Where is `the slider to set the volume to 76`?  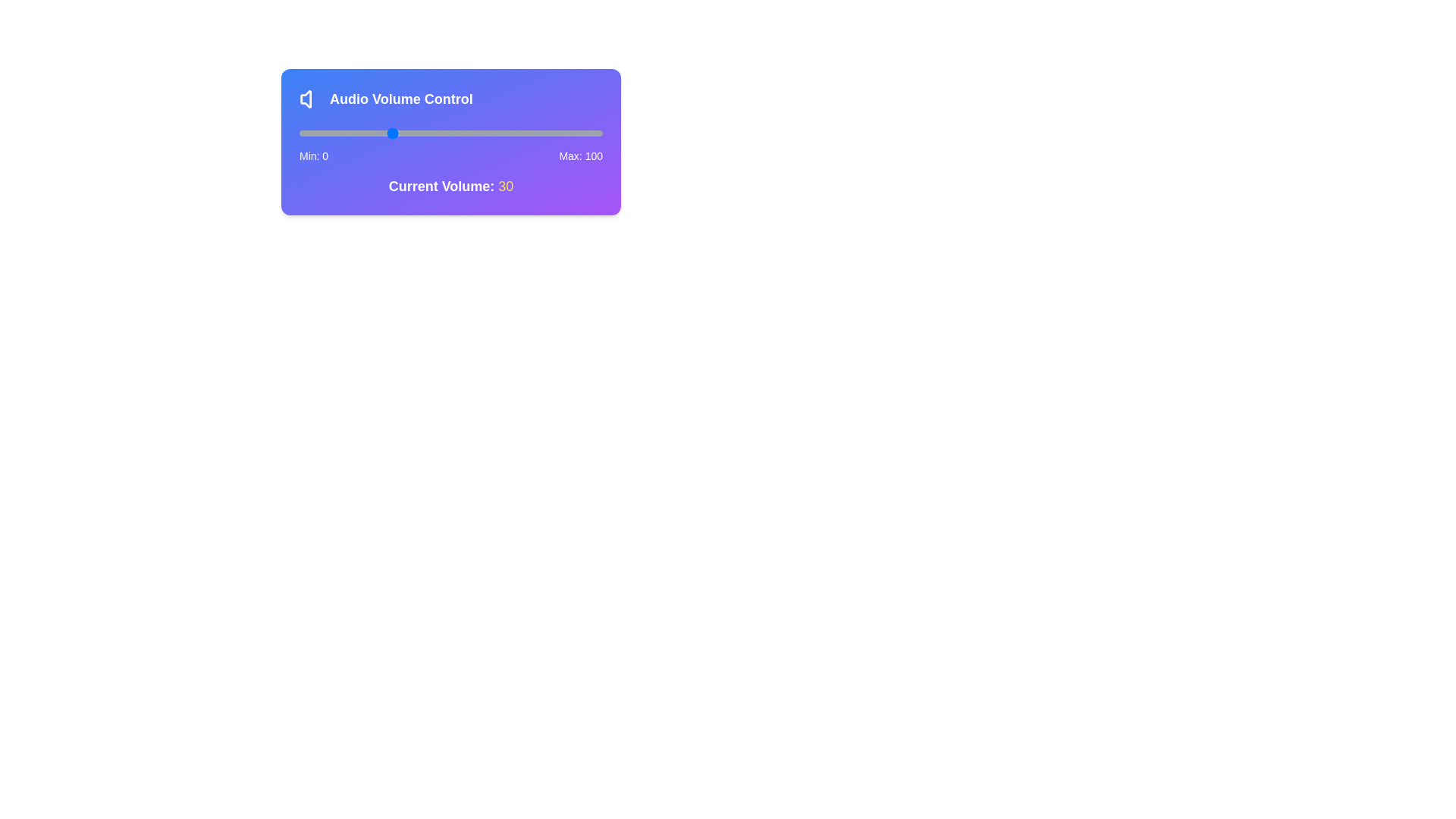 the slider to set the volume to 76 is located at coordinates (530, 133).